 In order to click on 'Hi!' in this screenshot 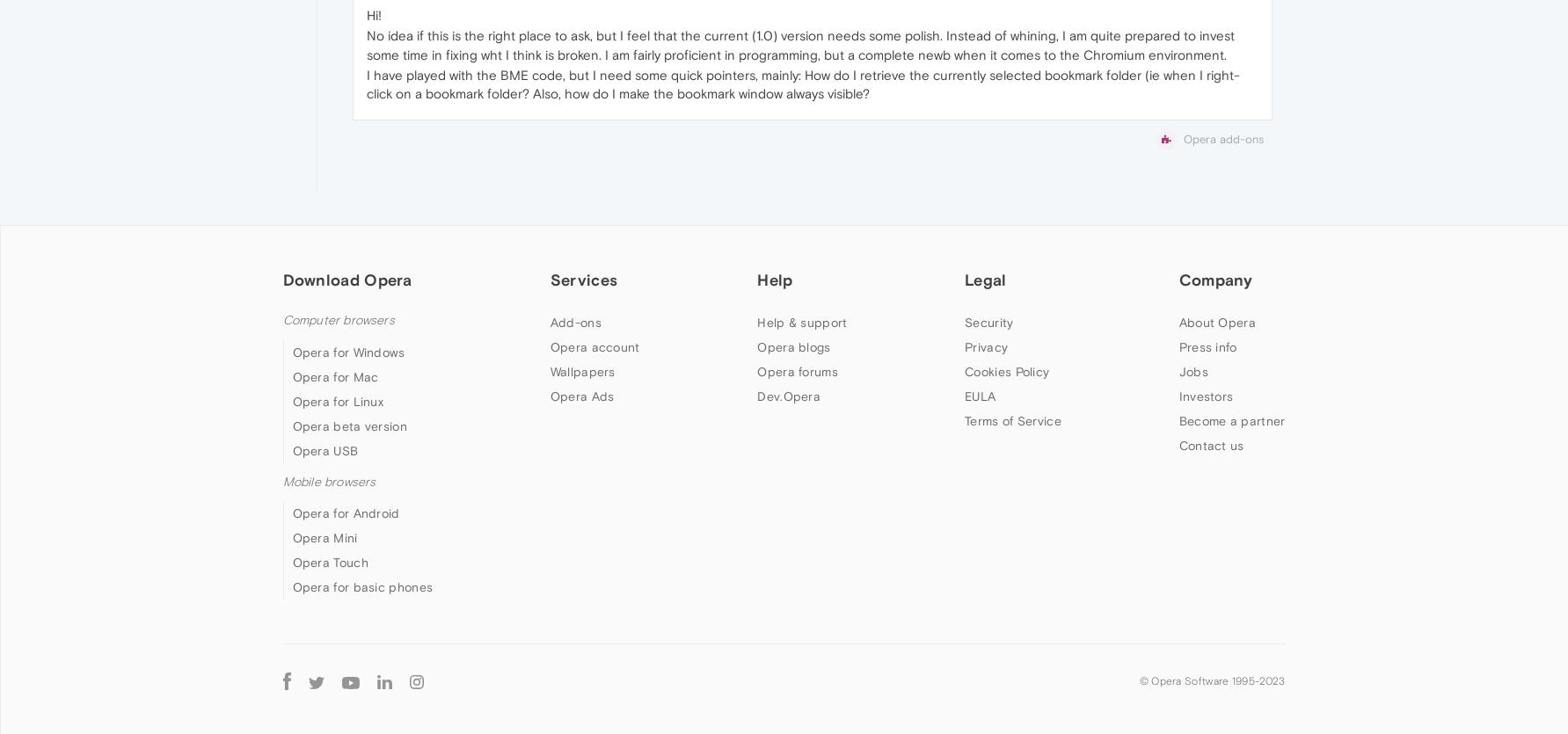, I will do `click(373, 14)`.